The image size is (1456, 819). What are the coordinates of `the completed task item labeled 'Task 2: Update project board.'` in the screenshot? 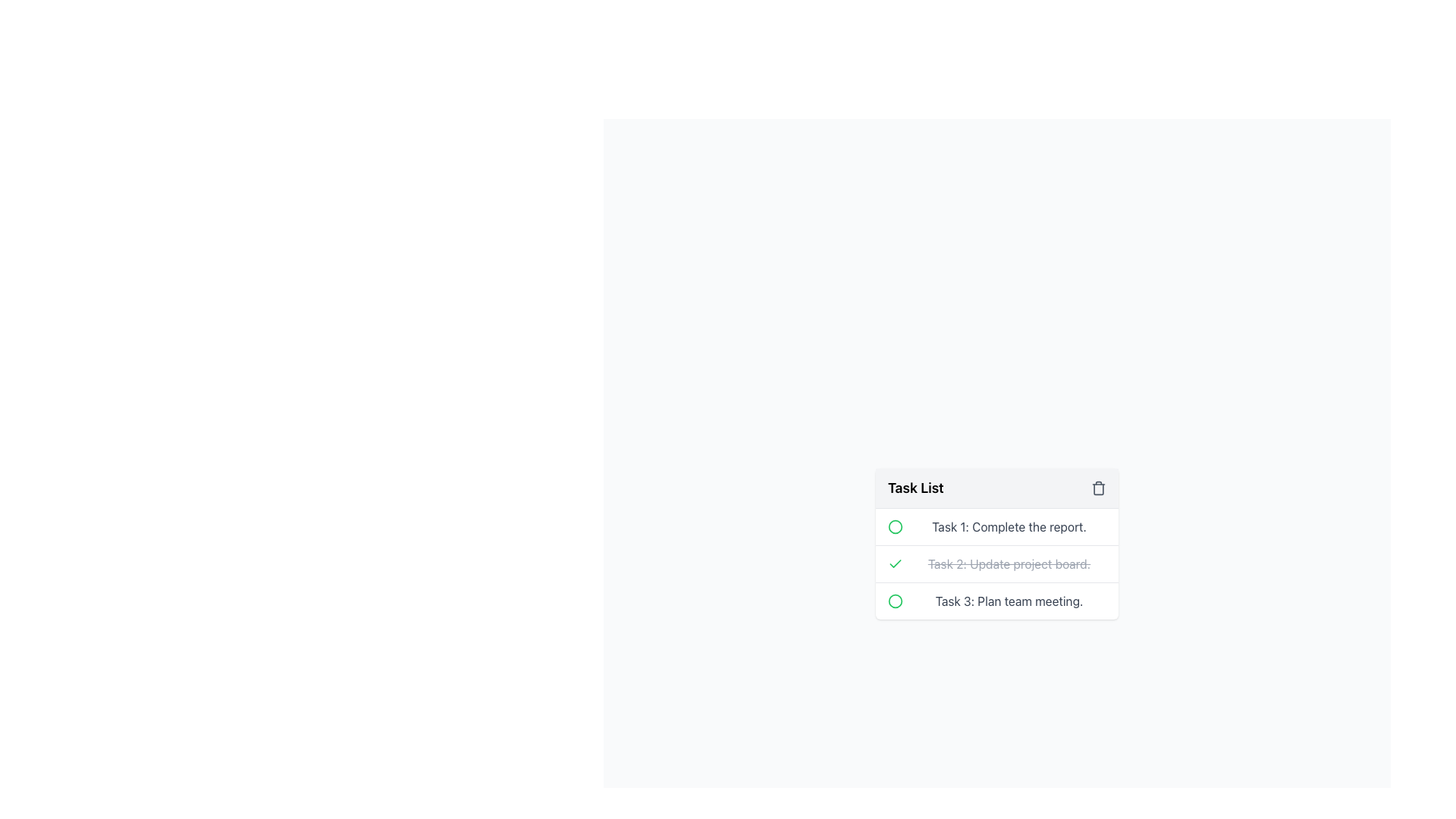 It's located at (997, 563).